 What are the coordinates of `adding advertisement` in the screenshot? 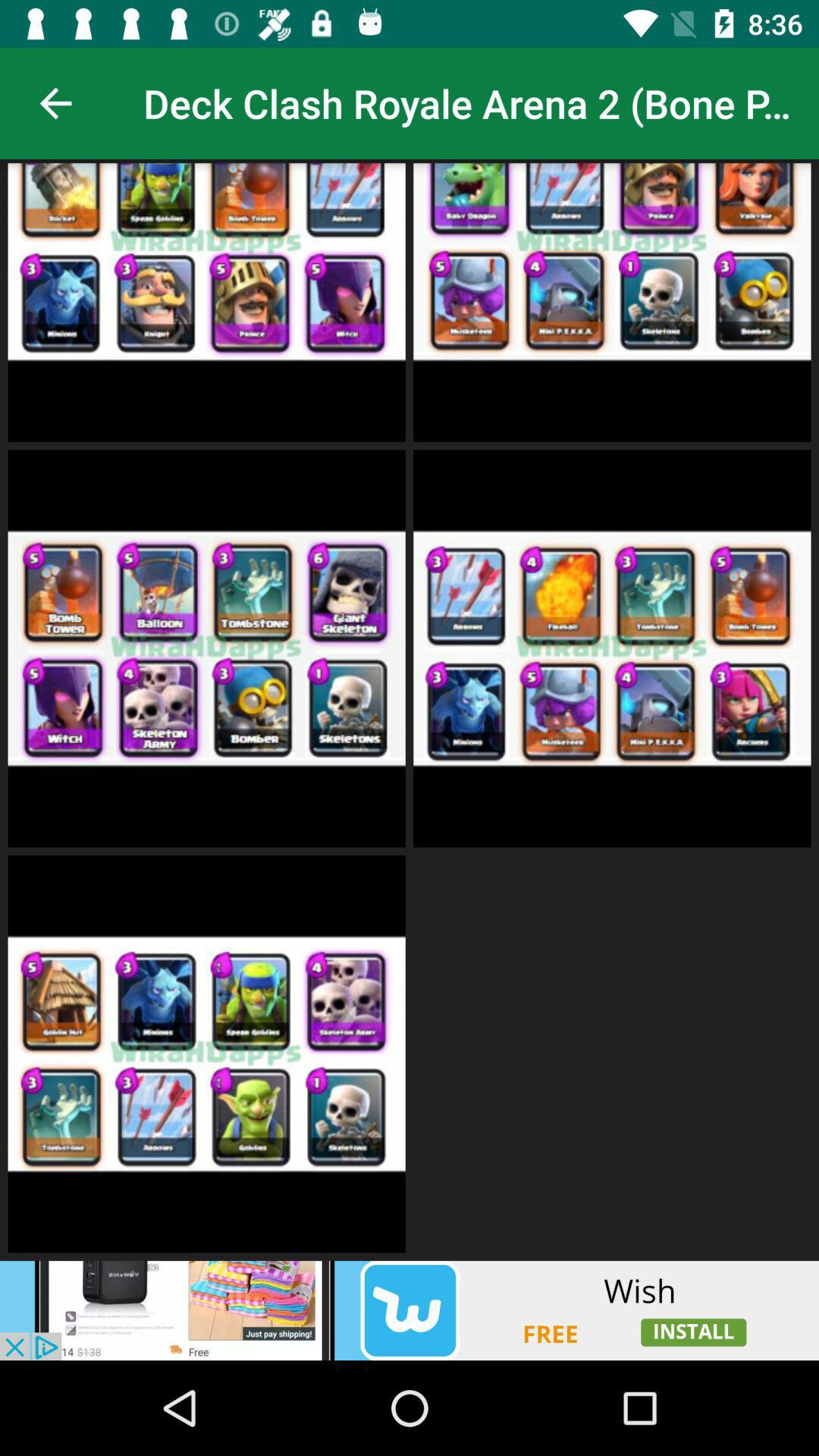 It's located at (409, 1310).